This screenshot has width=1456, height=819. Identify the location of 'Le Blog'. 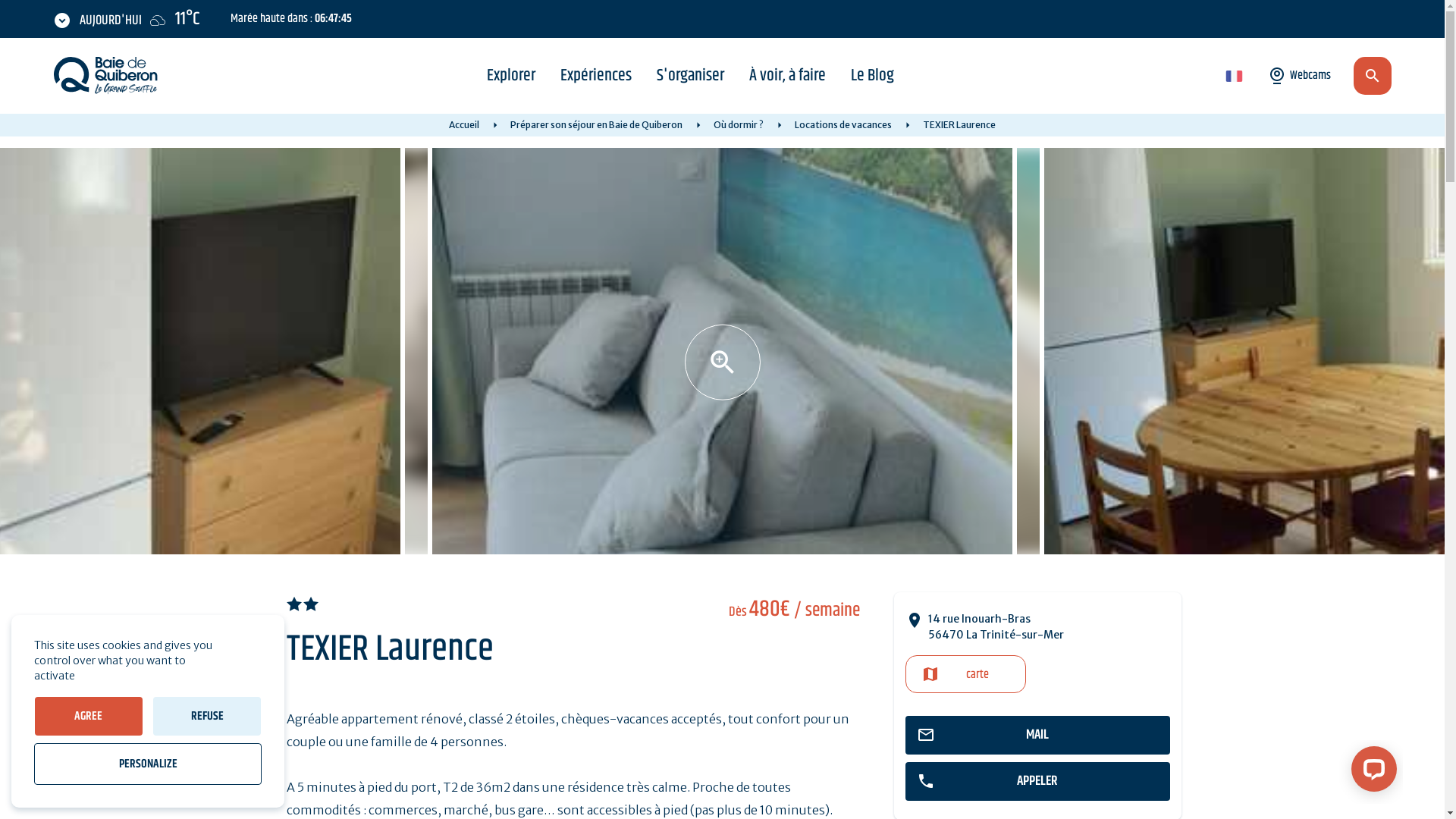
(872, 76).